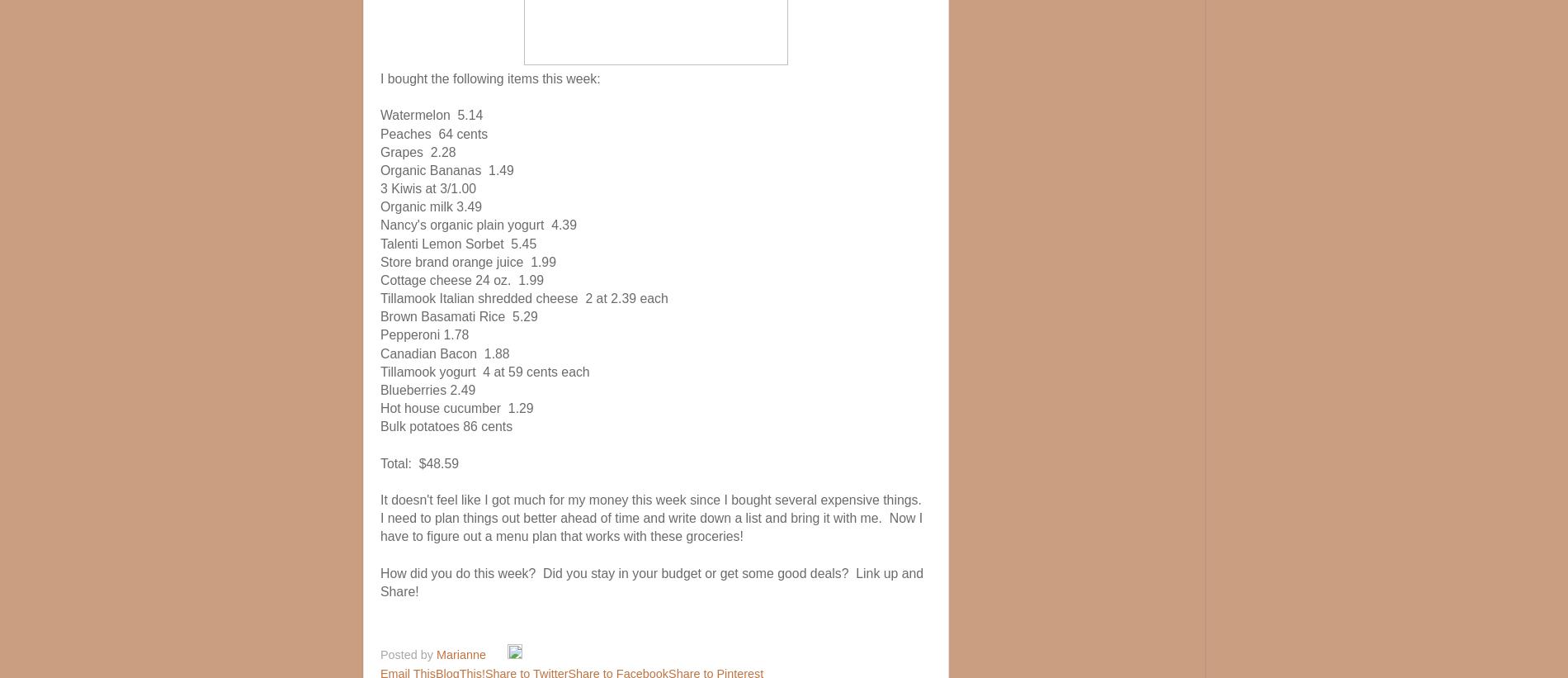 This screenshot has width=1568, height=678. What do you see at coordinates (408, 654) in the screenshot?
I see `'Posted by'` at bounding box center [408, 654].